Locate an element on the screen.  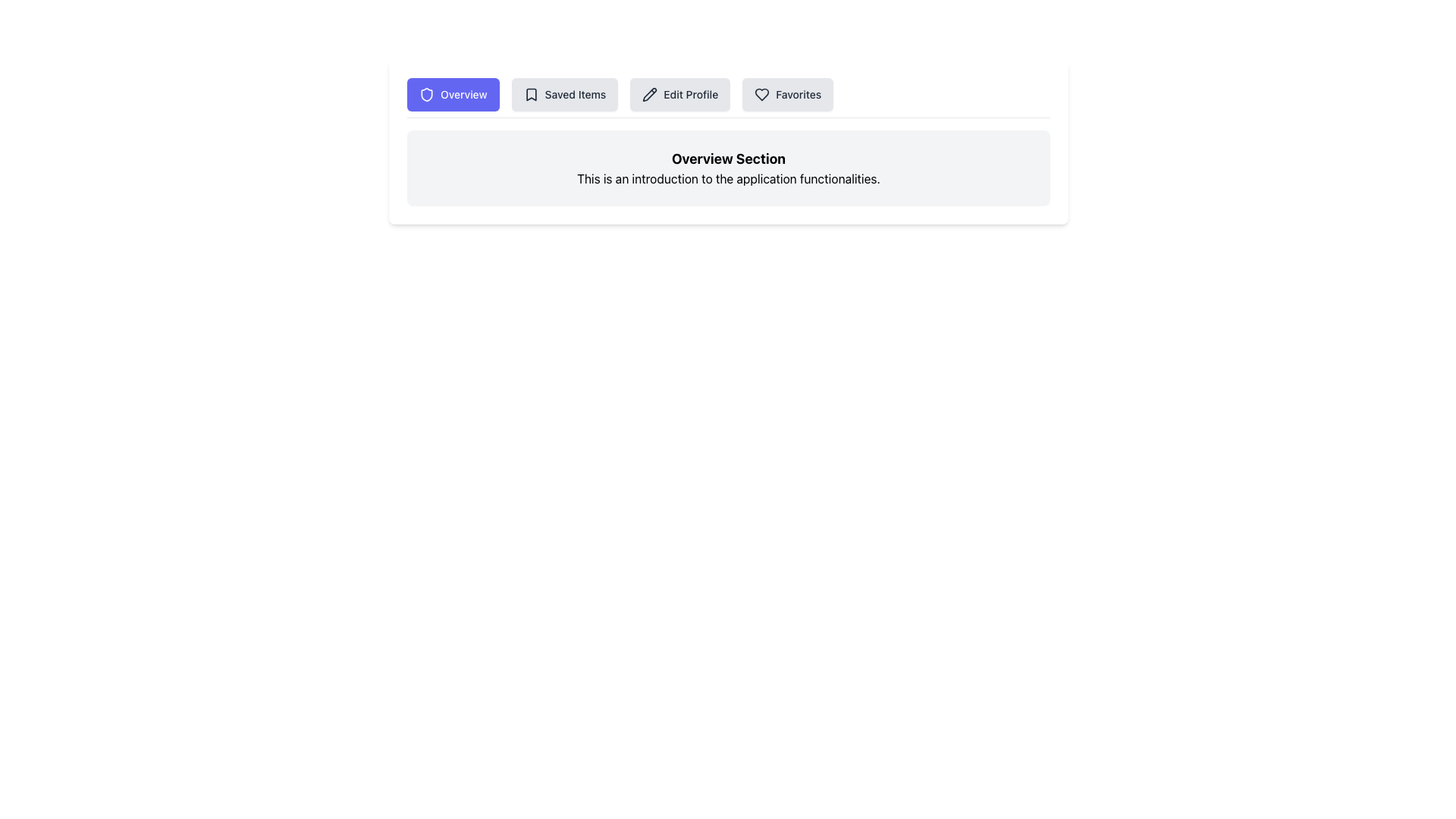
the bookmark icon, which is a minimalist black outline with a hollow center, located to the immediate left of the 'Saved Items' text in the top navigation bar is located at coordinates (531, 94).